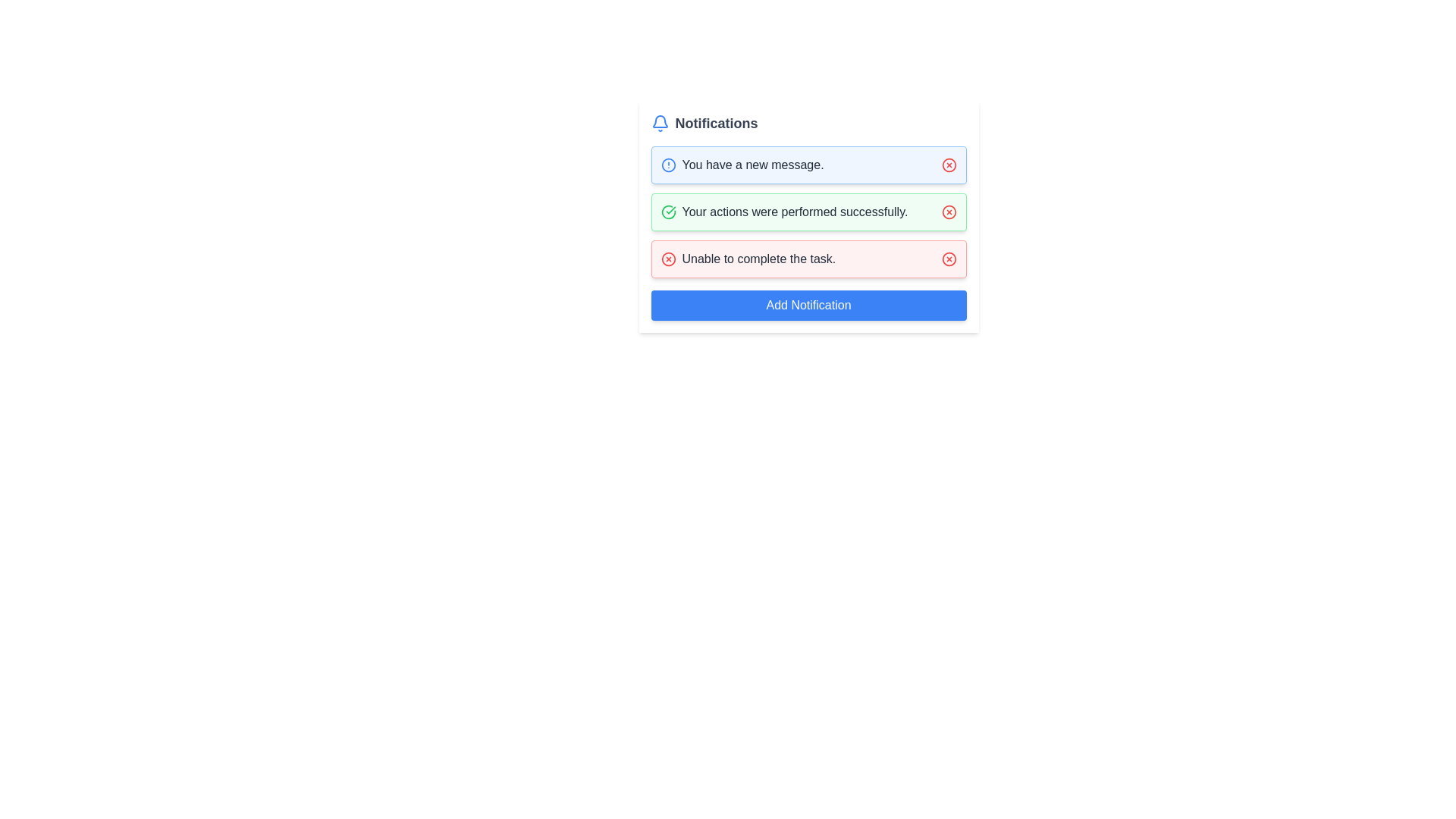 This screenshot has width=1456, height=819. What do you see at coordinates (808, 122) in the screenshot?
I see `the bell icon located in the header of the notification panel, which serves as a title and context for the notifications below` at bounding box center [808, 122].